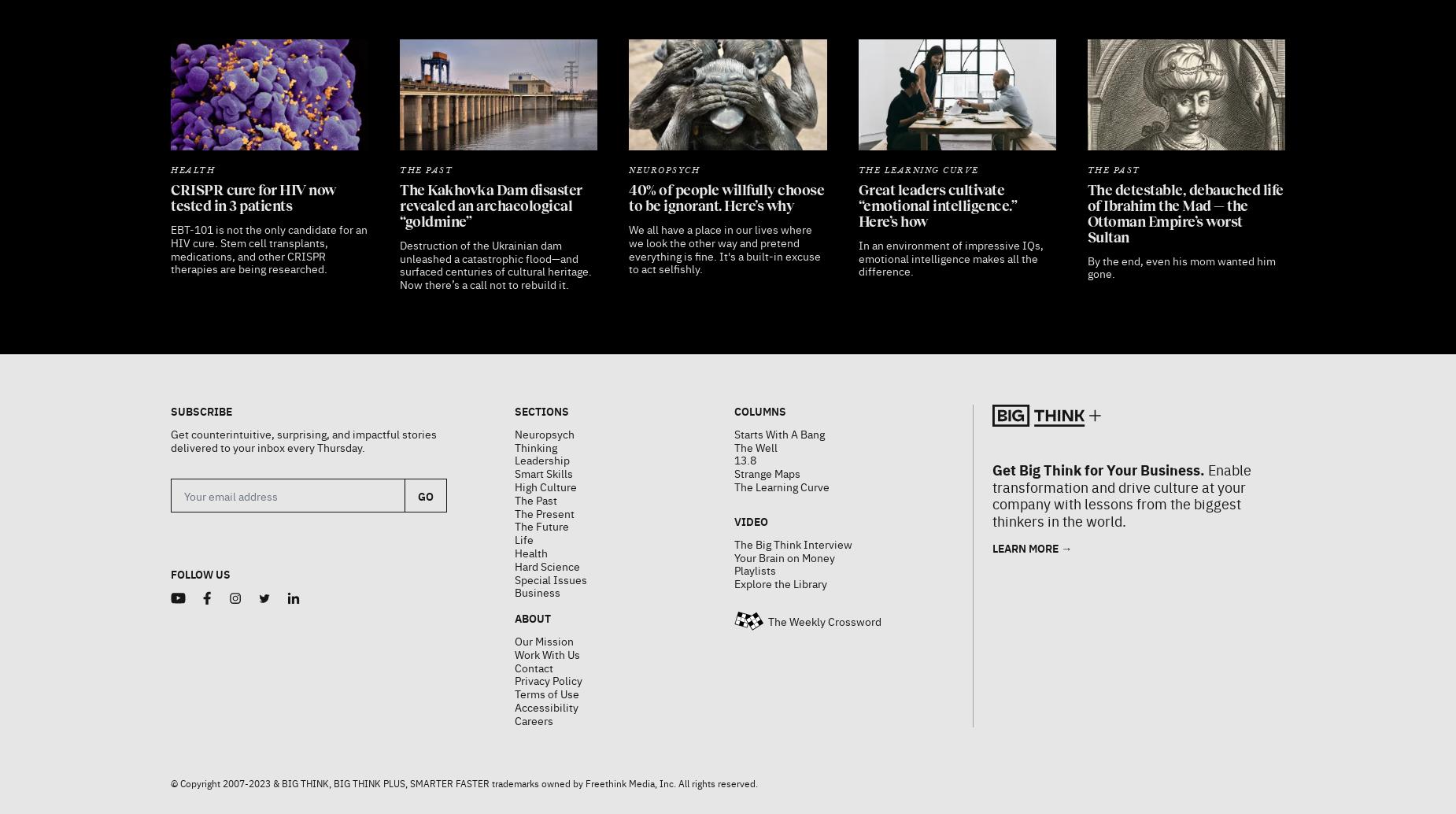 The height and width of the screenshot is (814, 1456). What do you see at coordinates (546, 526) in the screenshot?
I see `'Hard Science'` at bounding box center [546, 526].